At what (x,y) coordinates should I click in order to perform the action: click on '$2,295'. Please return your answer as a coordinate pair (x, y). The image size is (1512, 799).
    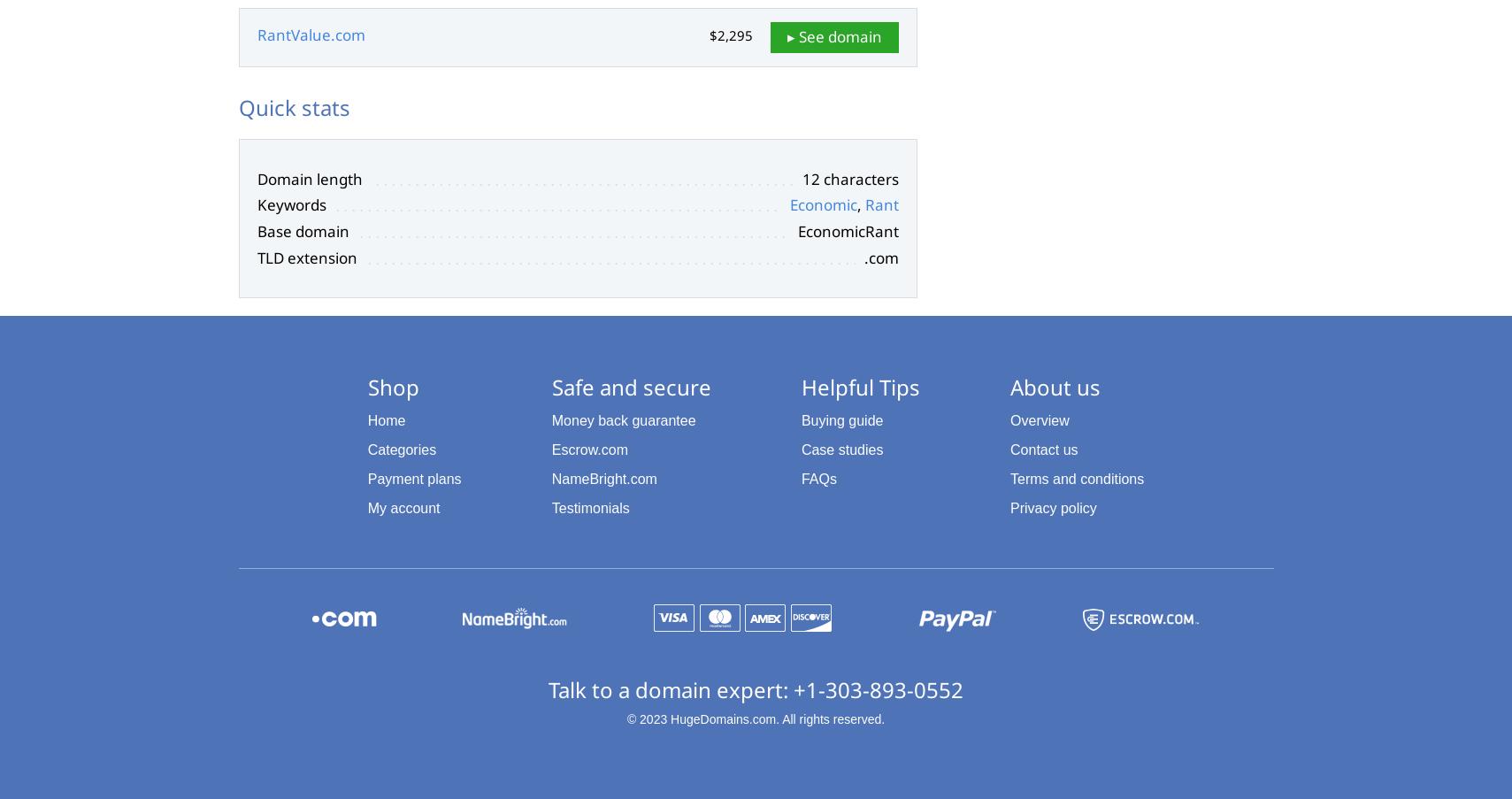
    Looking at the image, I should click on (729, 35).